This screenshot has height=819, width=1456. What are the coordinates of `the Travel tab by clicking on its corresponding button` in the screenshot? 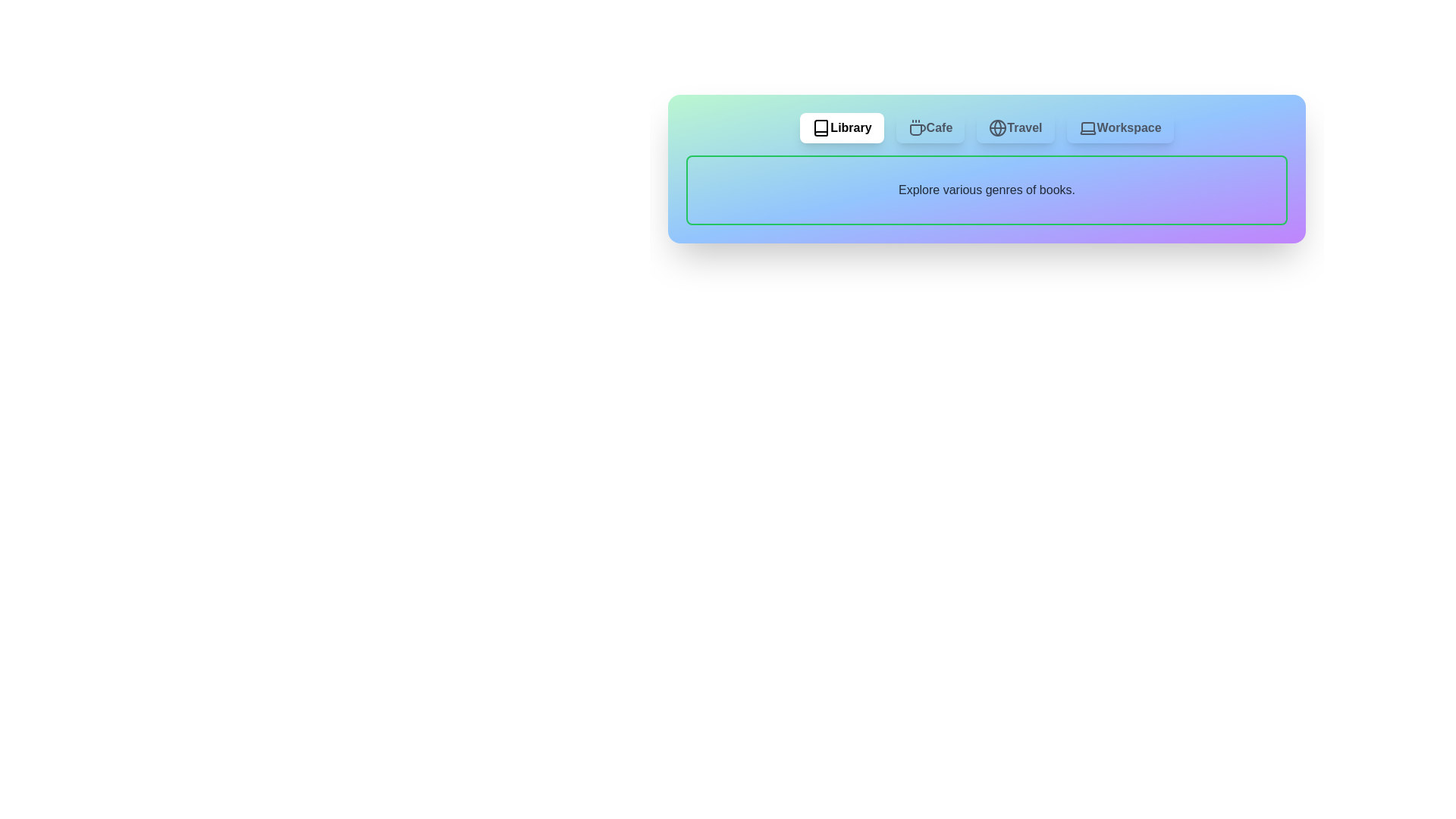 It's located at (1015, 127).